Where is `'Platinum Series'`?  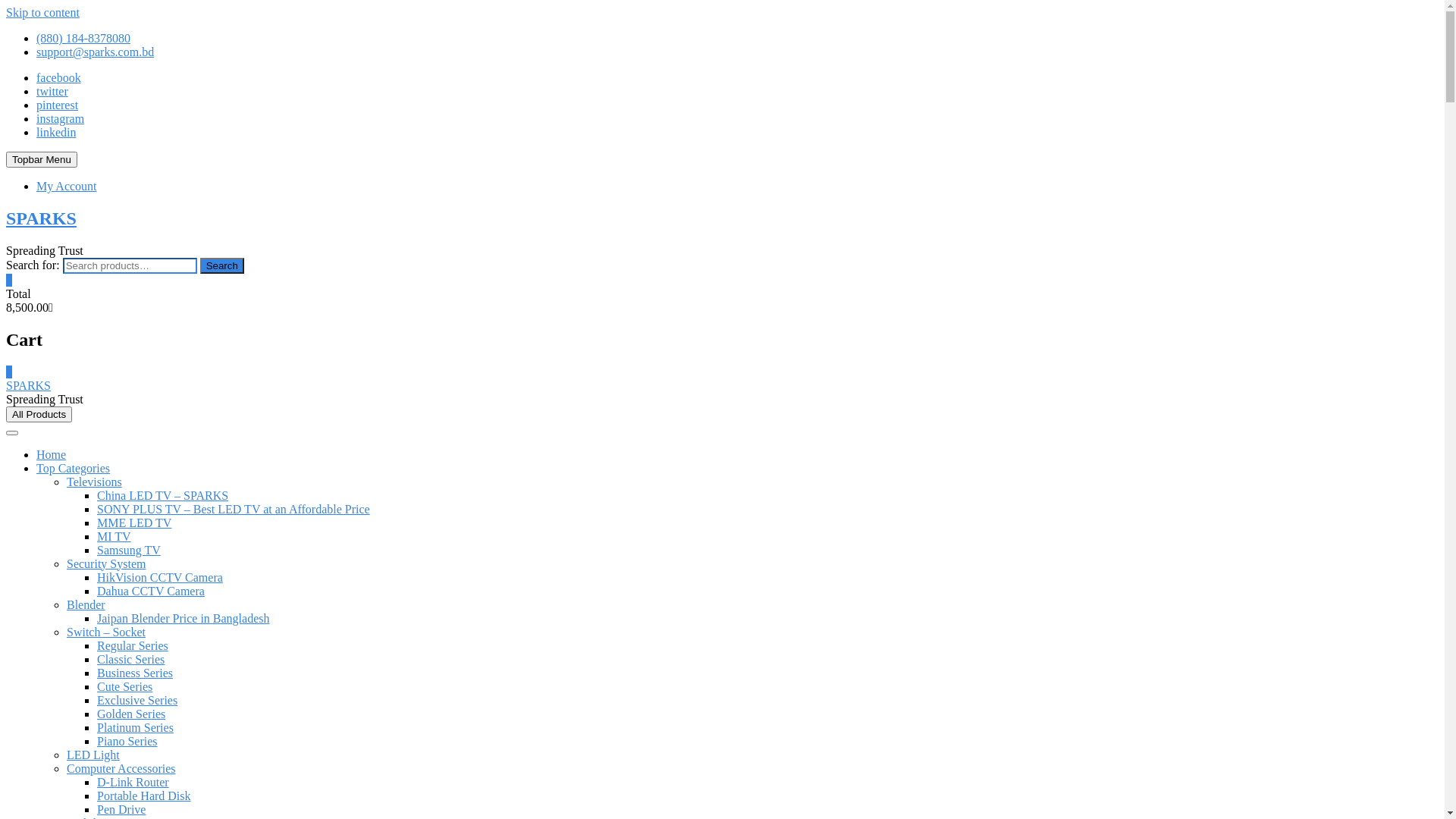 'Platinum Series' is located at coordinates (96, 726).